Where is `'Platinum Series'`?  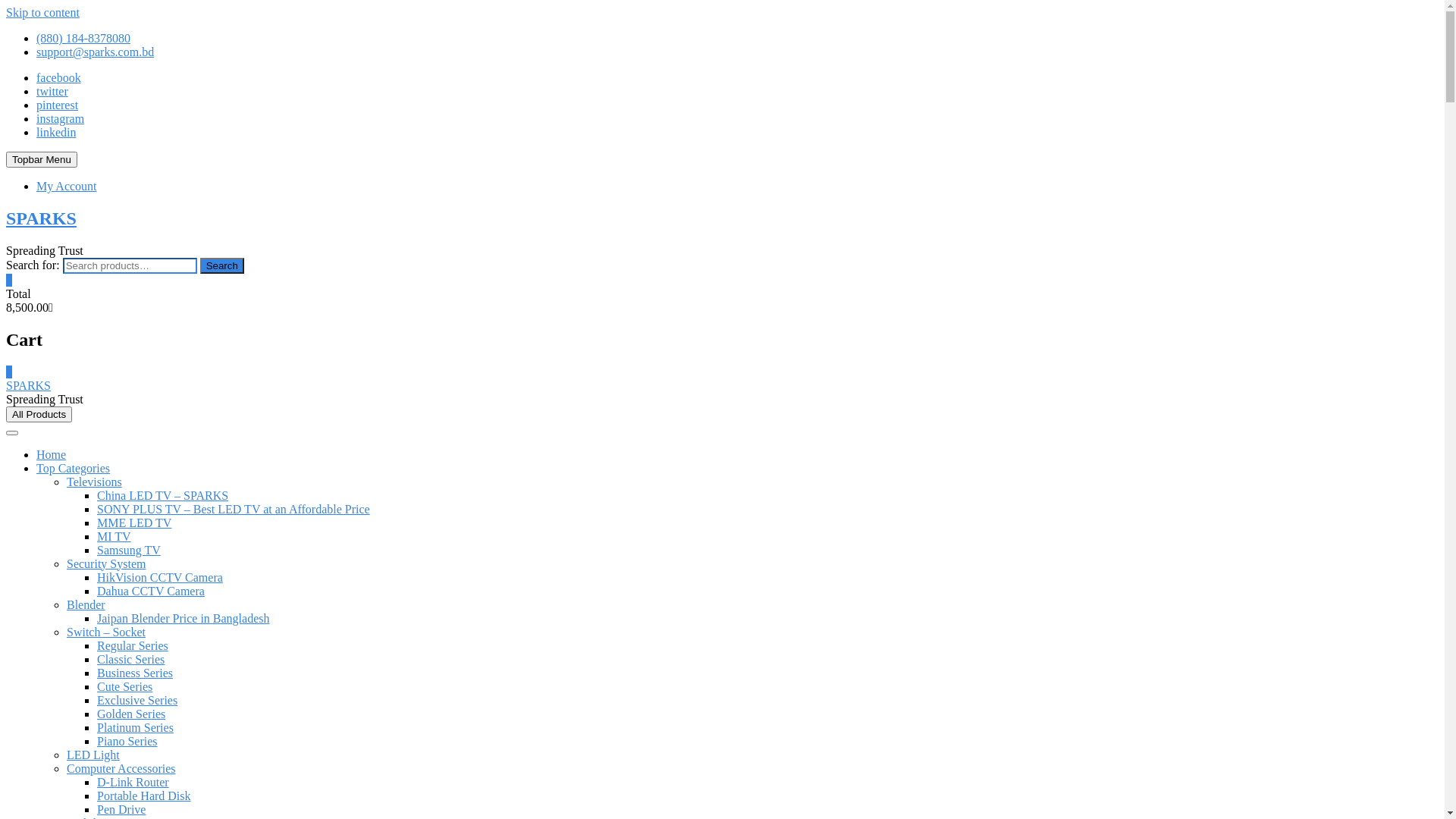 'Platinum Series' is located at coordinates (96, 726).